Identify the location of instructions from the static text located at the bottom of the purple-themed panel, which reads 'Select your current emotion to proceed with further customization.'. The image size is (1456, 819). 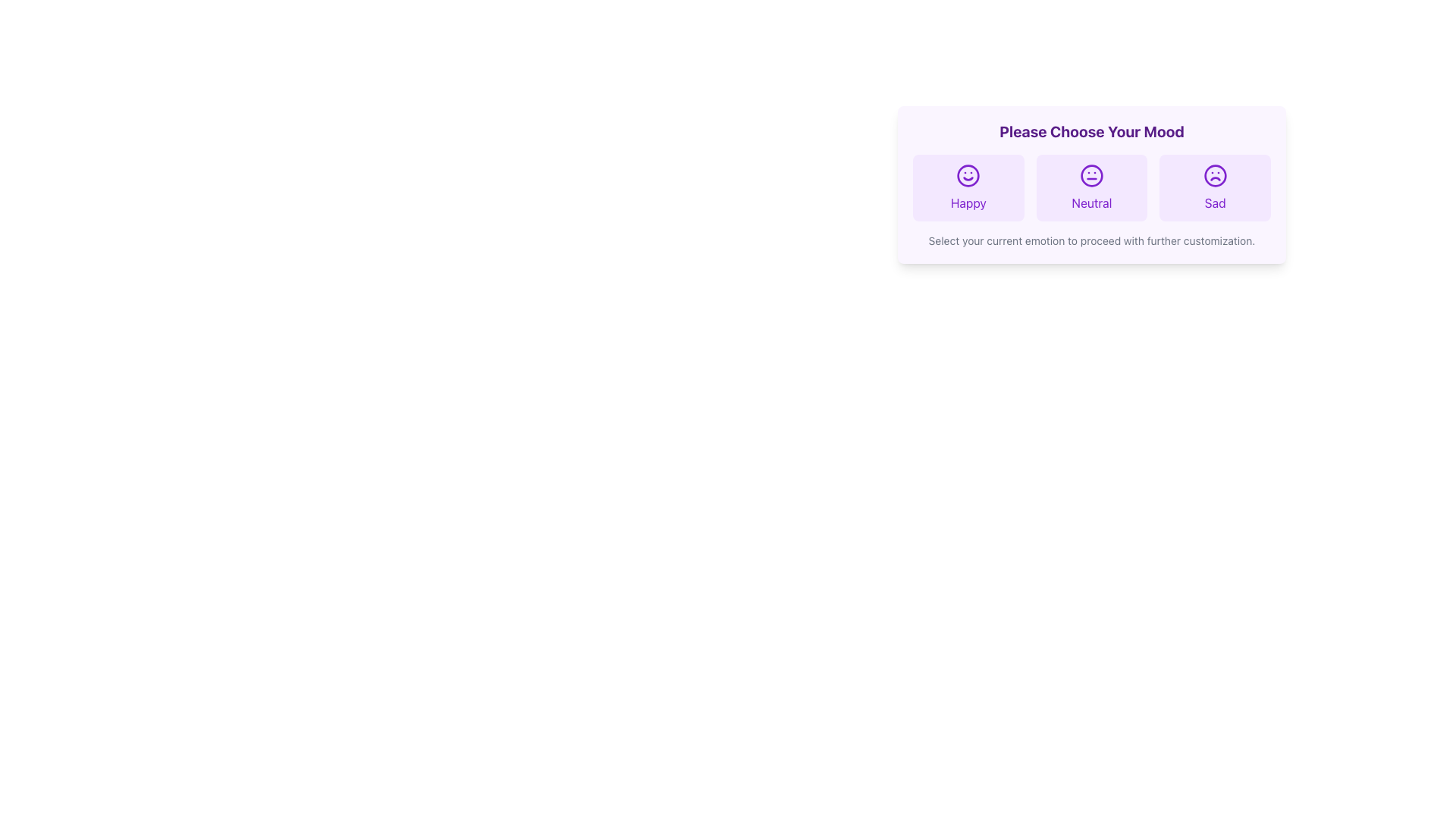
(1092, 240).